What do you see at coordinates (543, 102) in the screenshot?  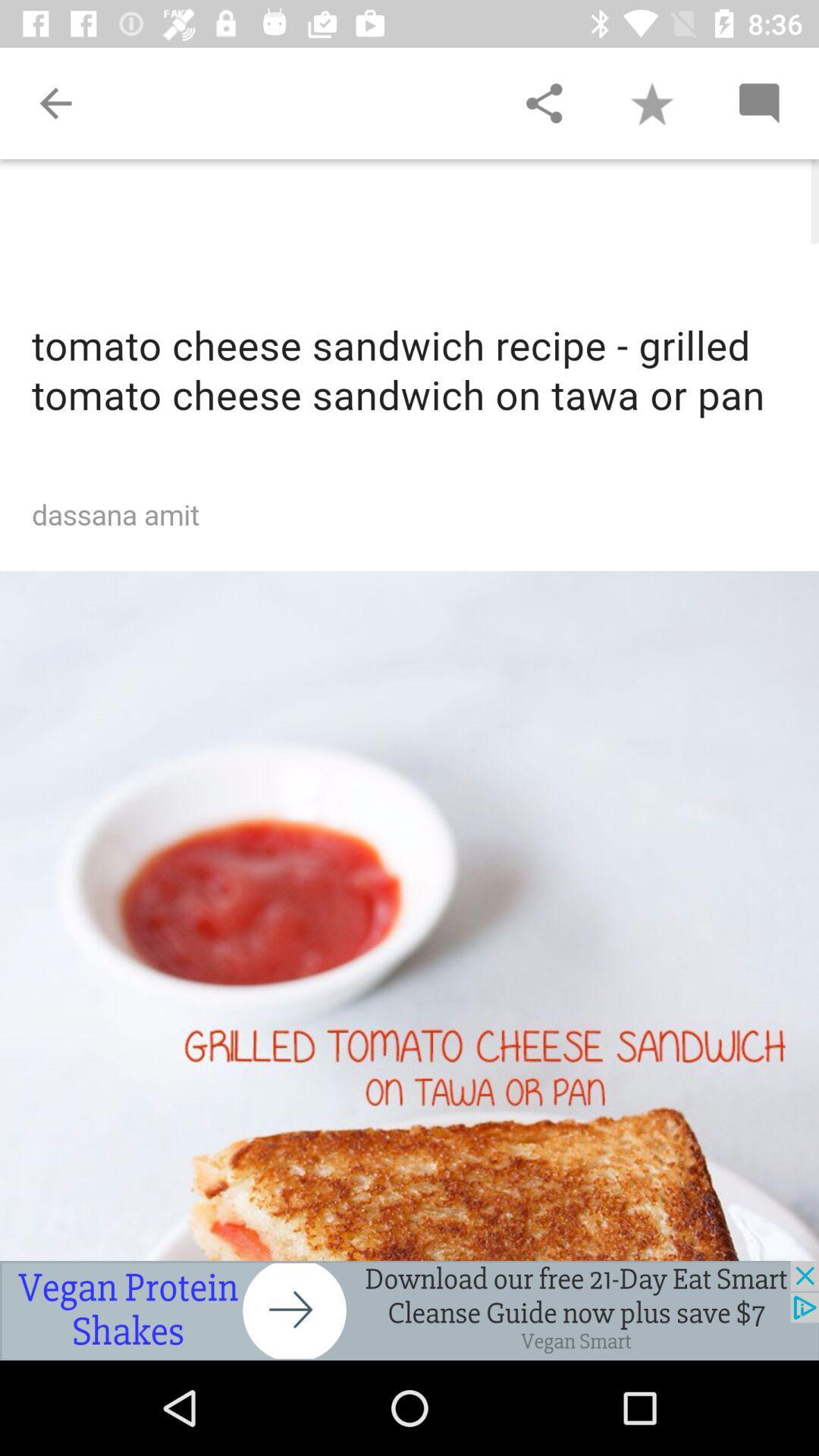 I see `share` at bounding box center [543, 102].